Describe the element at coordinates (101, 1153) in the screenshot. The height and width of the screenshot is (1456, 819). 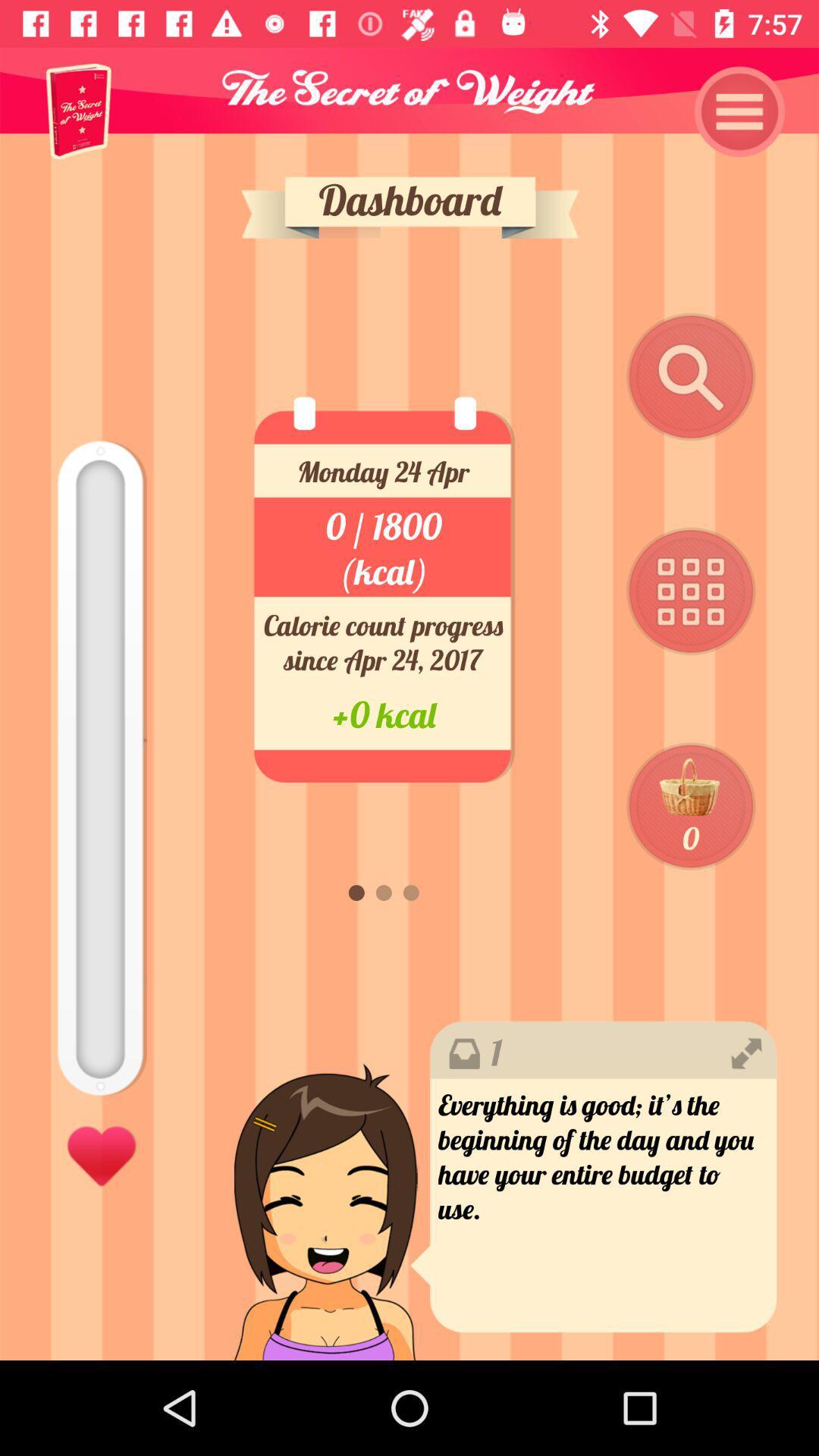
I see `the item at the bottom left corner` at that location.